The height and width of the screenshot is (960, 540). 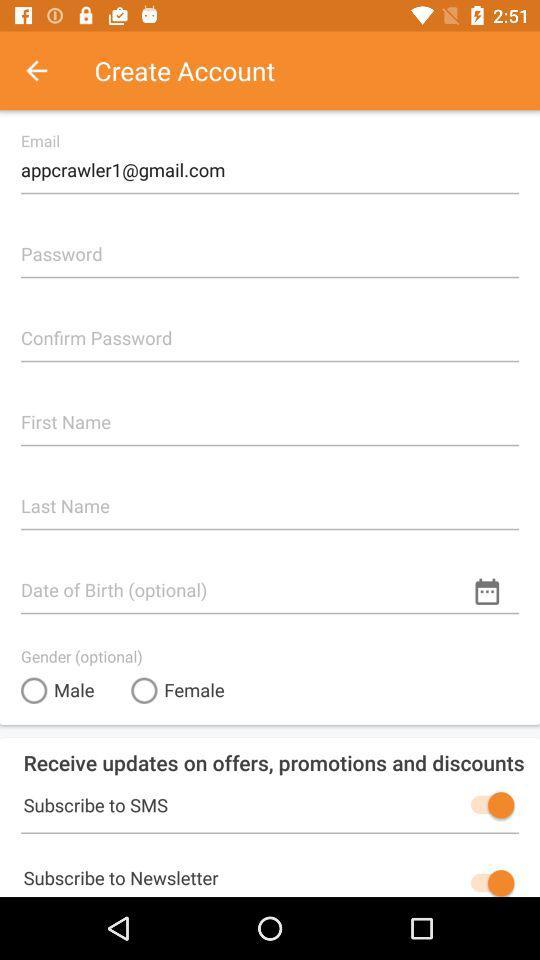 What do you see at coordinates (270, 581) in the screenshot?
I see `type in date of birth in this box` at bounding box center [270, 581].